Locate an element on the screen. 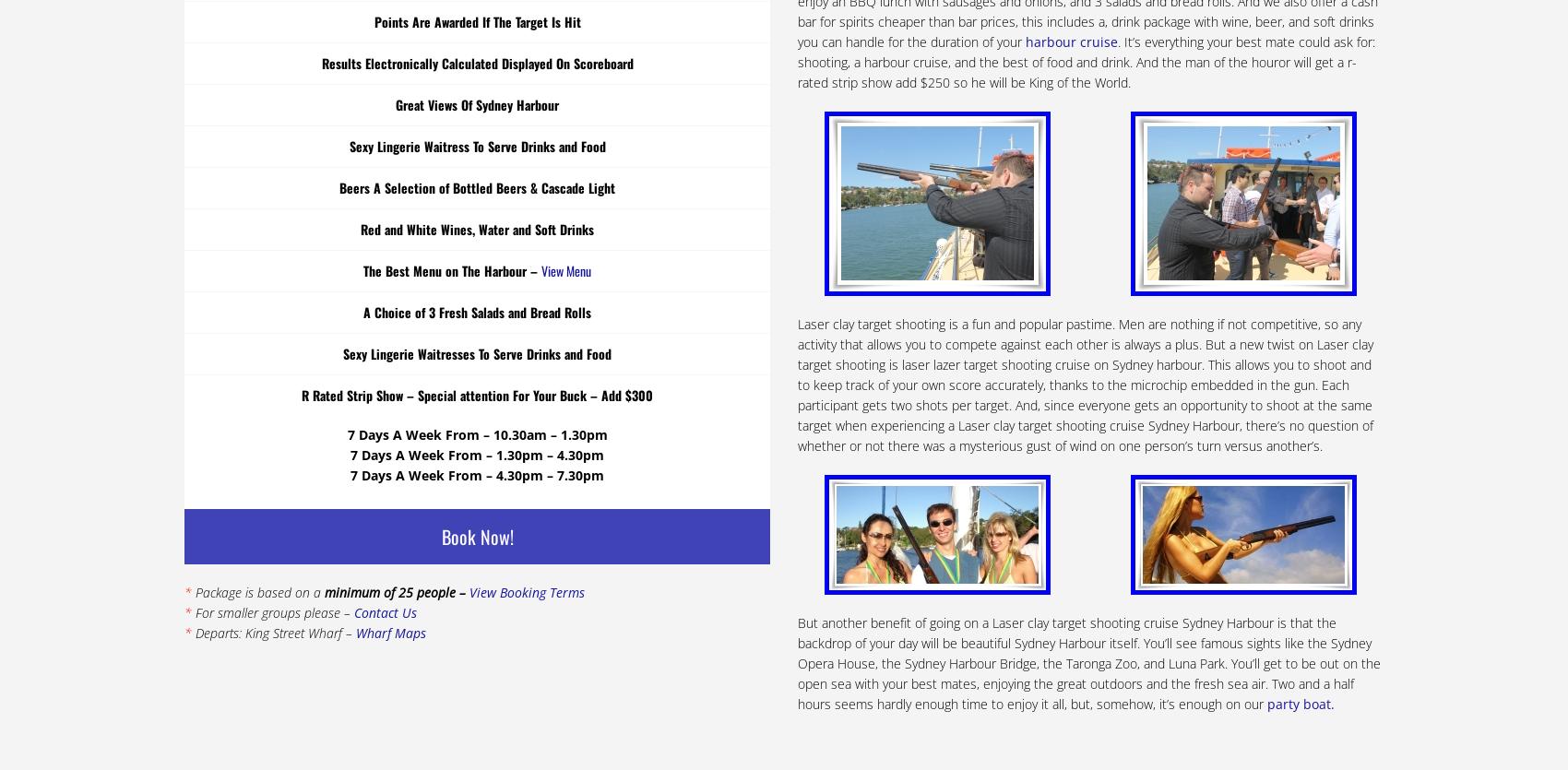 This screenshot has width=1568, height=770. '. It’s everything your best mate could ask for: shooting, a harbour cruise, and the best of food and drink. And the man of the houror will get a r-rated strip show add $250 so he will be King of the World.' is located at coordinates (1085, 61).